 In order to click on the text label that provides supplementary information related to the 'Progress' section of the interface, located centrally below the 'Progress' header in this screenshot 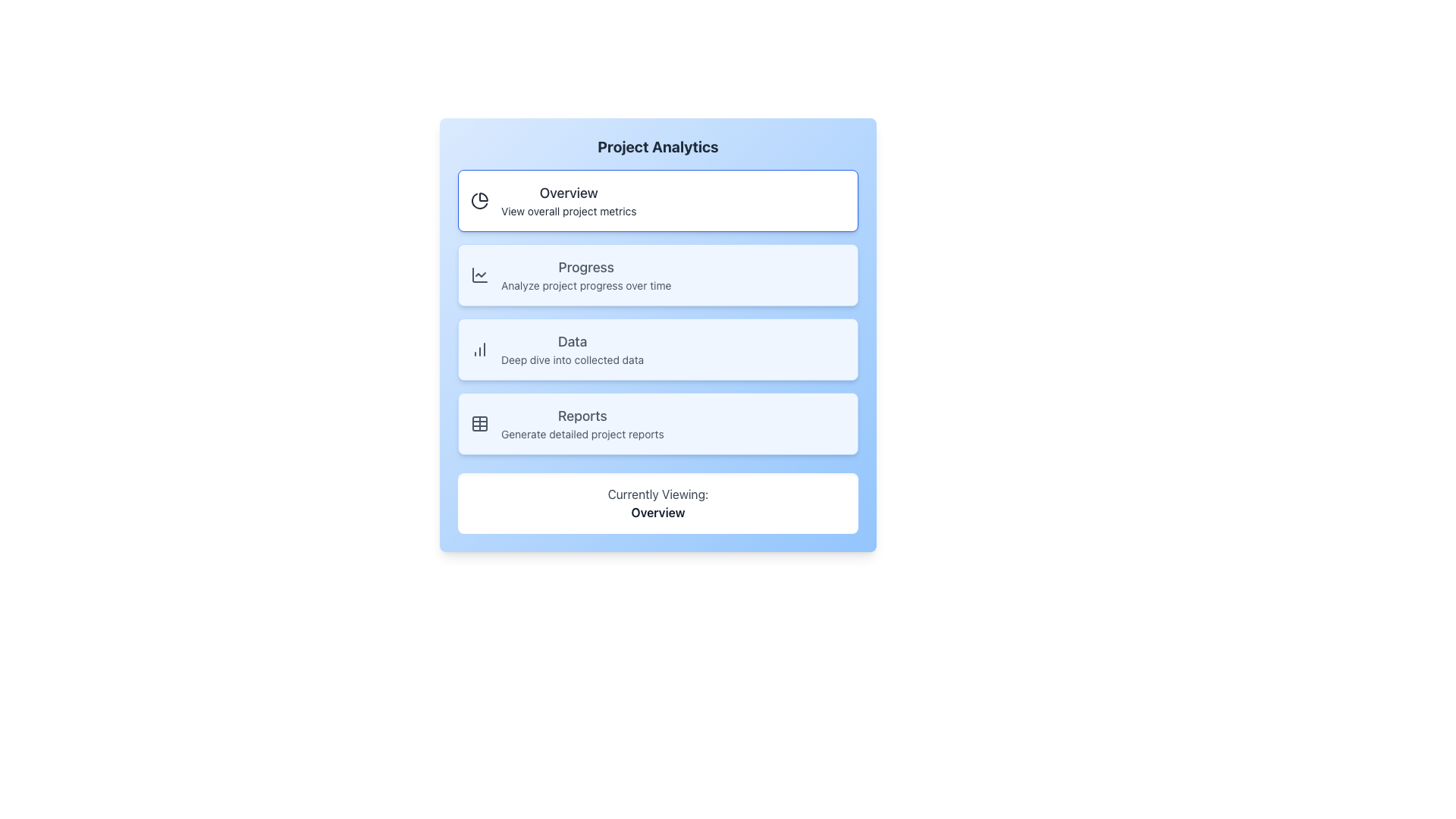, I will do `click(585, 286)`.